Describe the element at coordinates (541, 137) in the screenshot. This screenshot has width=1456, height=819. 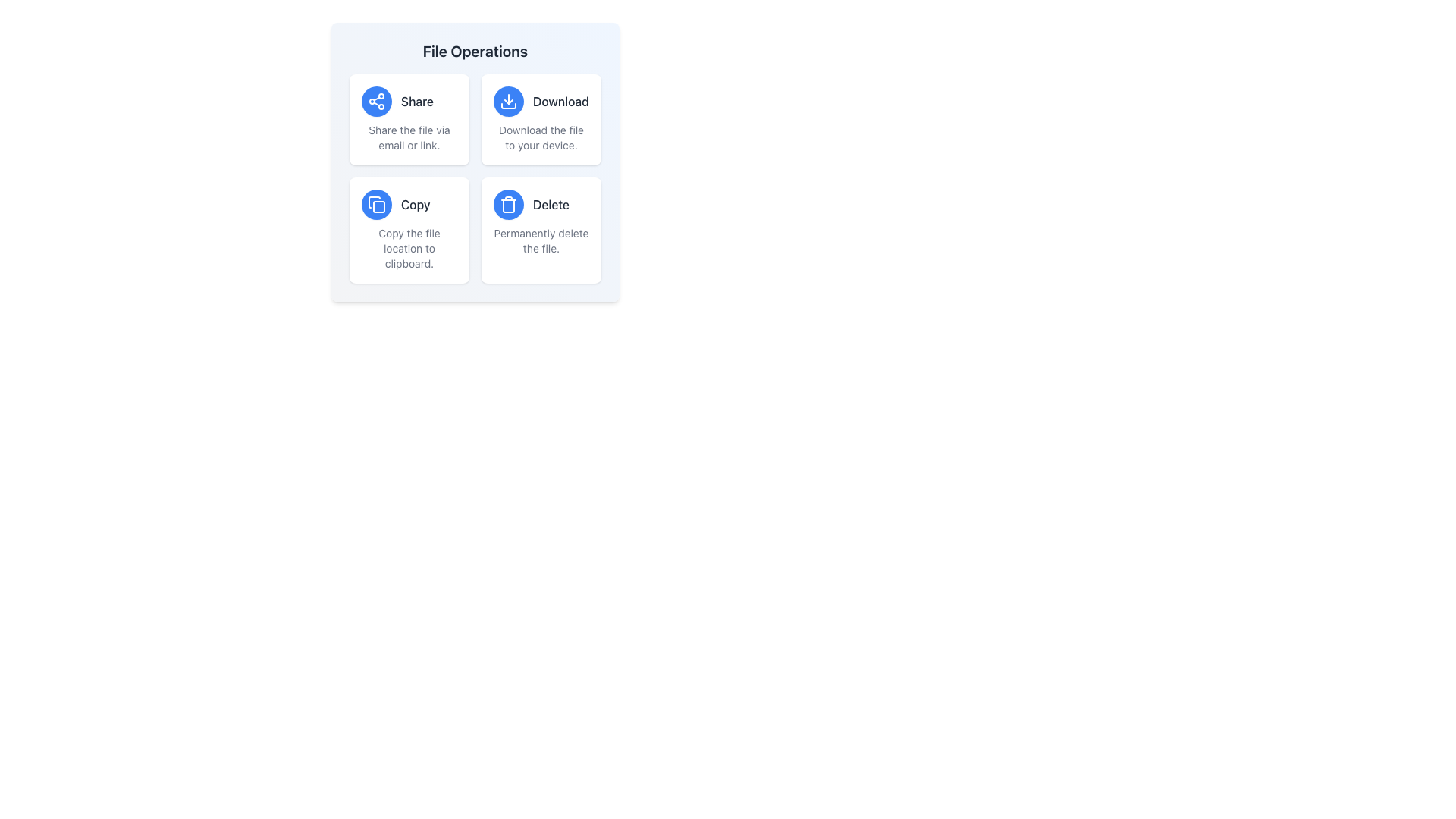
I see `the static text label that provides guidance related to the 'Download' functionality, which is located below the 'Download' text and icon in the 'Download' card` at that location.